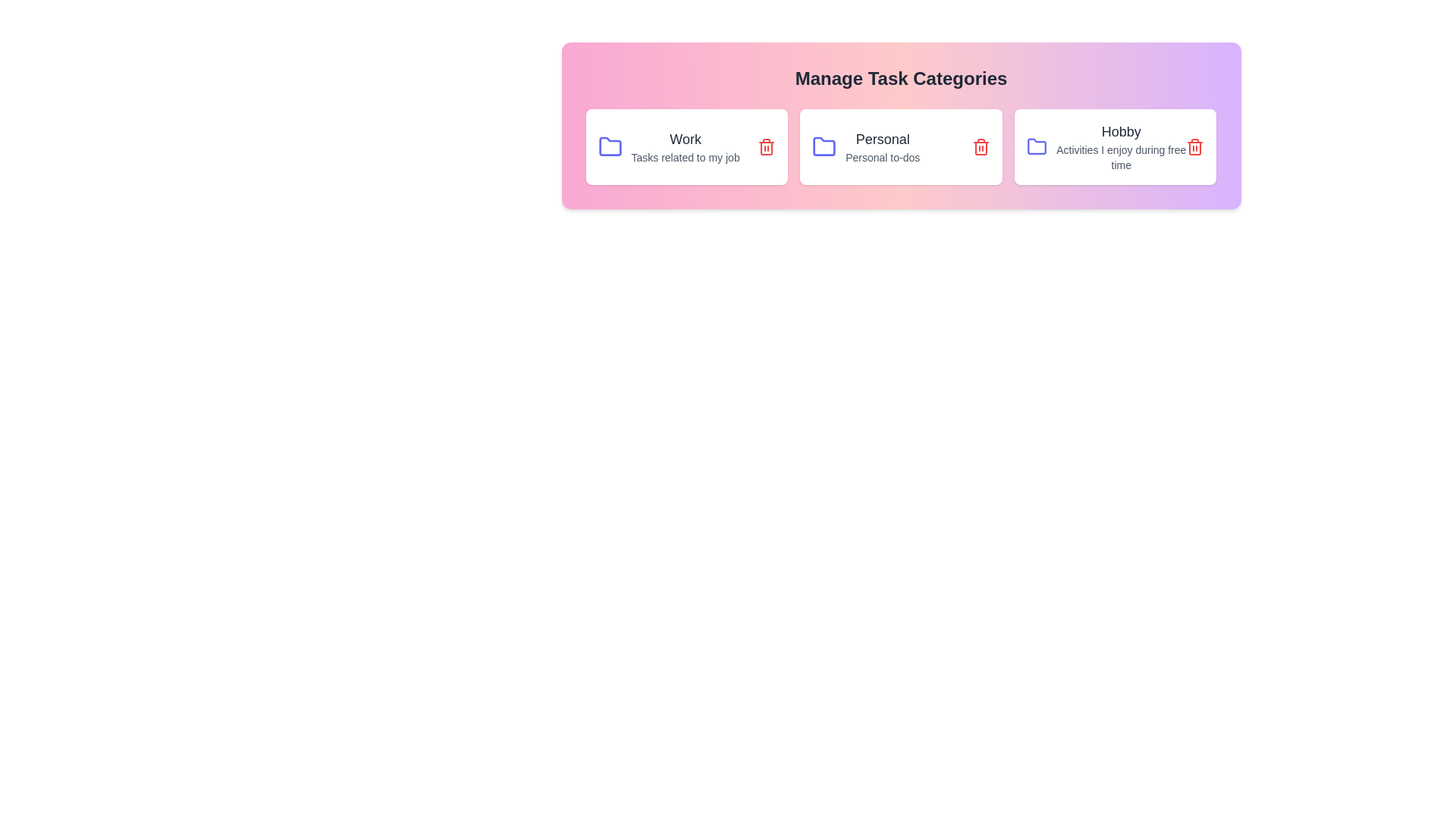 Image resolution: width=1456 pixels, height=819 pixels. I want to click on the folder icon associated with the category Personal, so click(824, 146).